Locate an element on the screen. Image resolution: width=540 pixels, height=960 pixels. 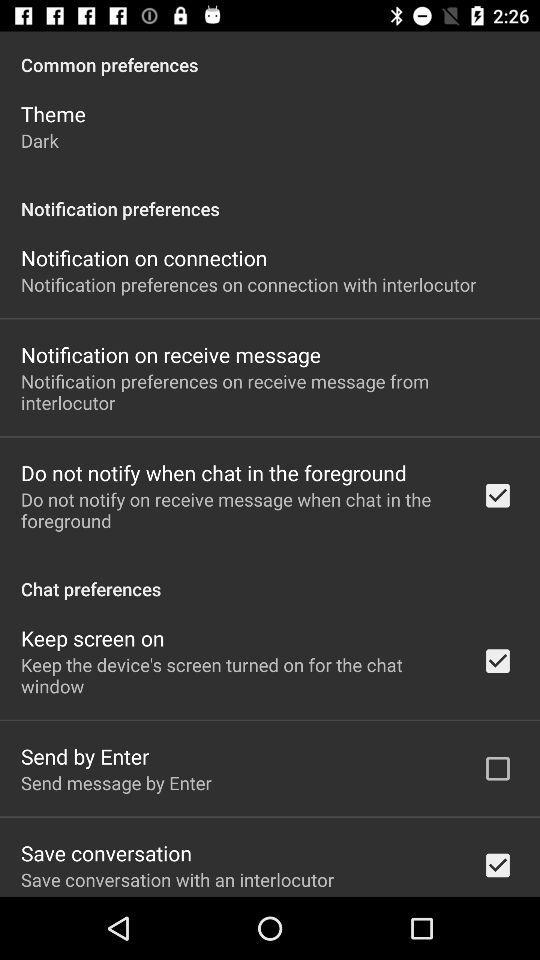
item below keep screen on is located at coordinates (238, 675).